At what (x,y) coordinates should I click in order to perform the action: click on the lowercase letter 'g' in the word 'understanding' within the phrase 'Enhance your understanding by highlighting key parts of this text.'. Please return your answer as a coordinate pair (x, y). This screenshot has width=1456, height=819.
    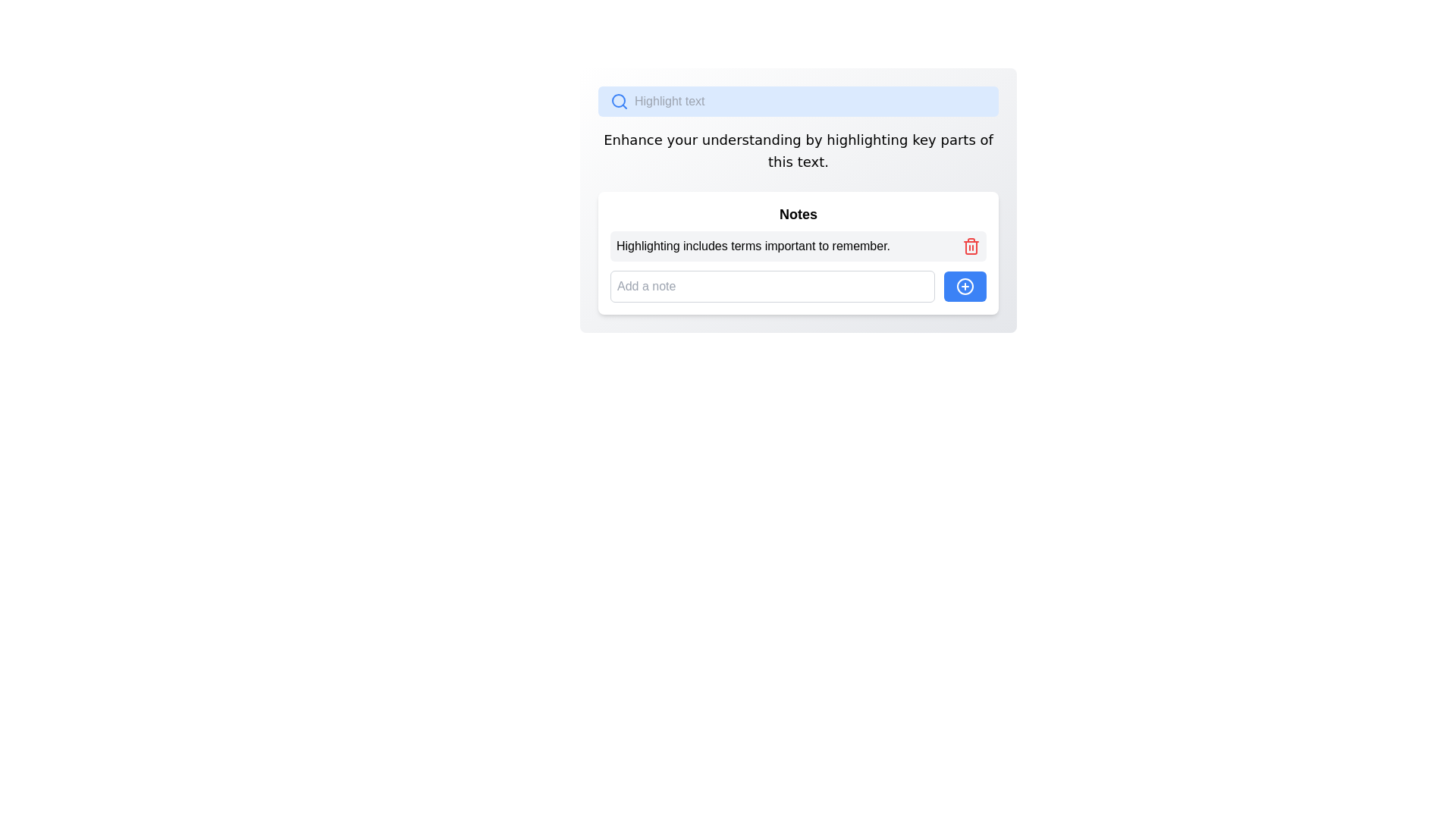
    Looking at the image, I should click on (796, 140).